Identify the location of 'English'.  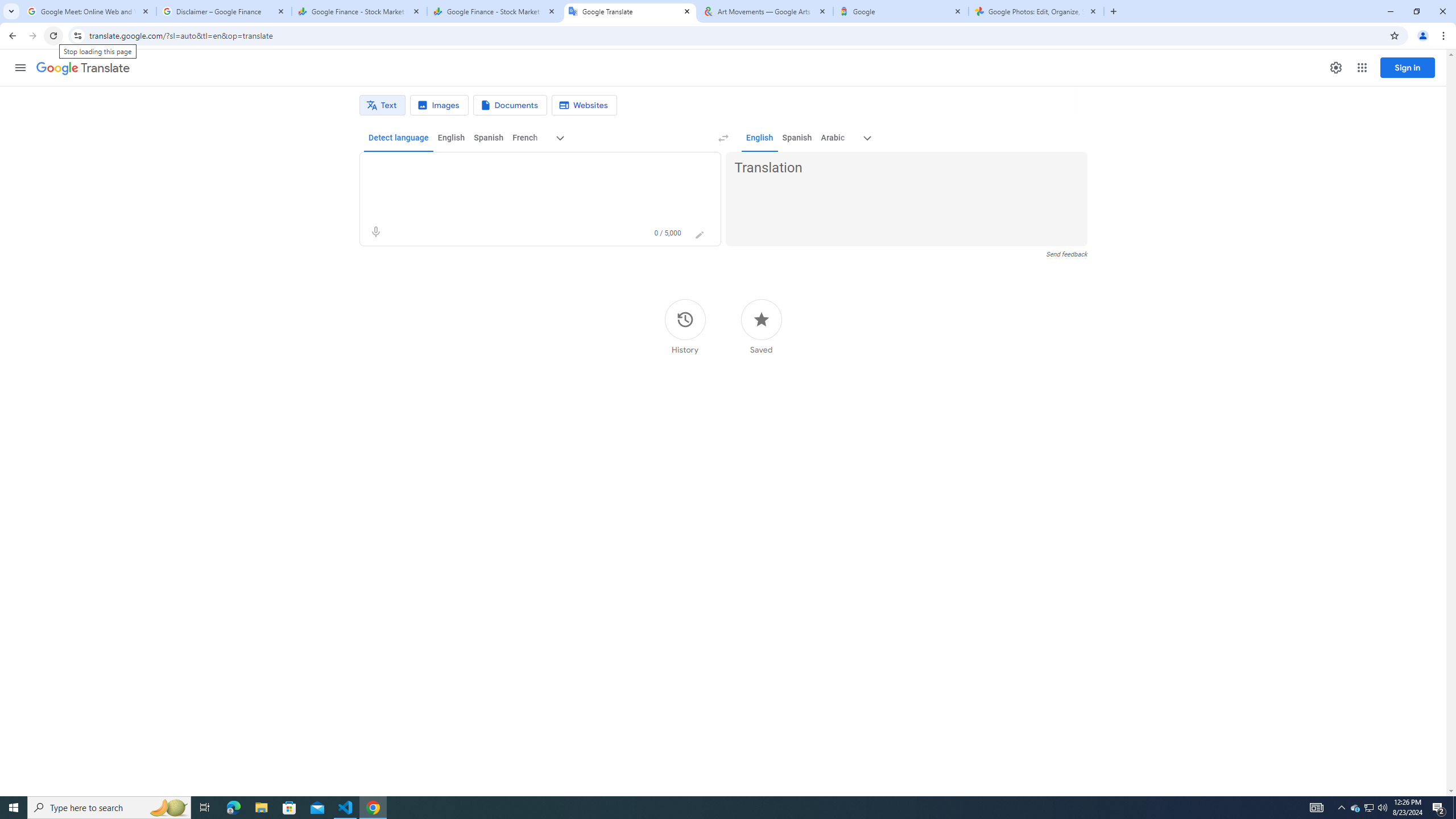
(759, 137).